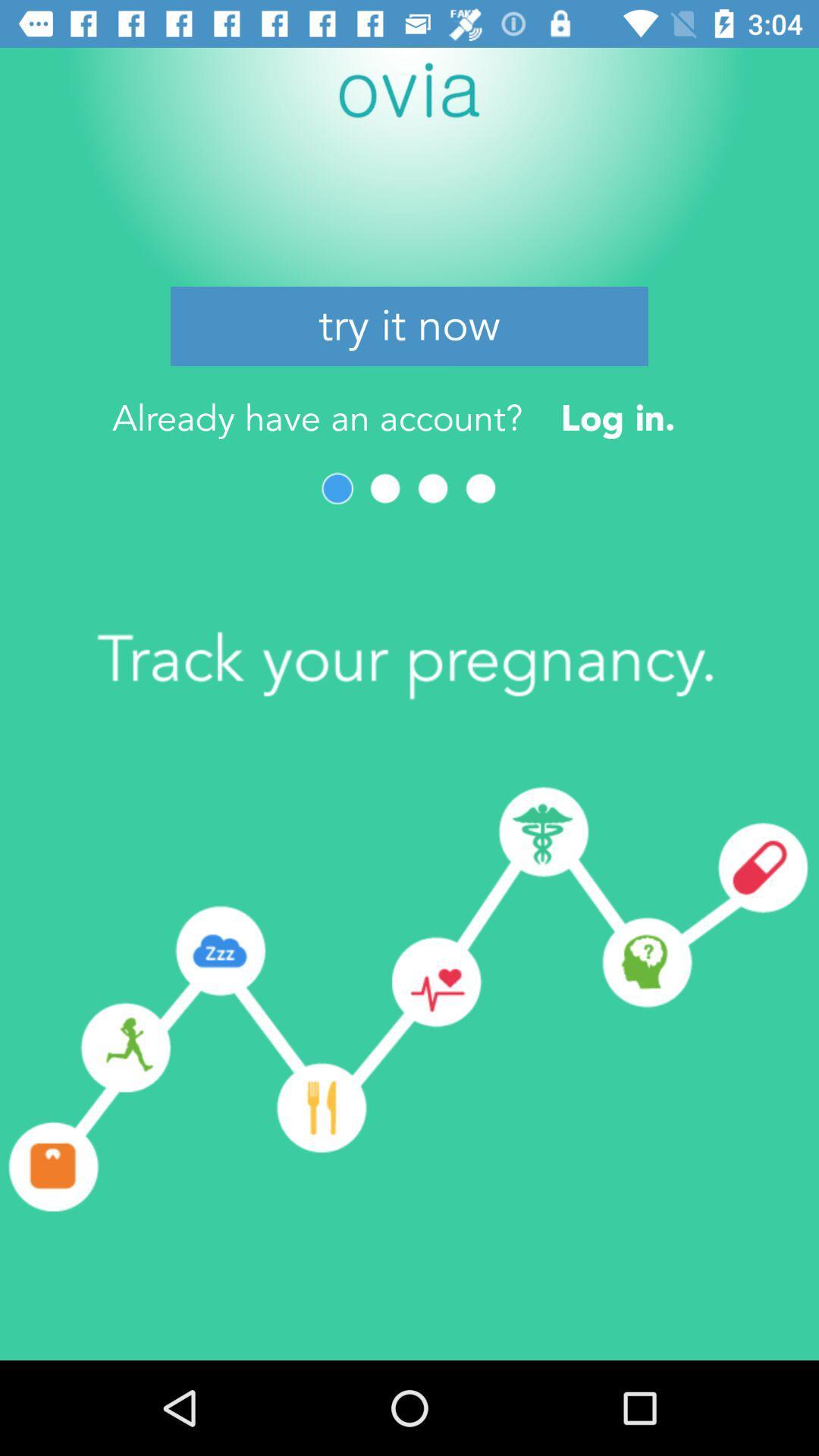 Image resolution: width=819 pixels, height=1456 pixels. What do you see at coordinates (481, 488) in the screenshot?
I see `next` at bounding box center [481, 488].